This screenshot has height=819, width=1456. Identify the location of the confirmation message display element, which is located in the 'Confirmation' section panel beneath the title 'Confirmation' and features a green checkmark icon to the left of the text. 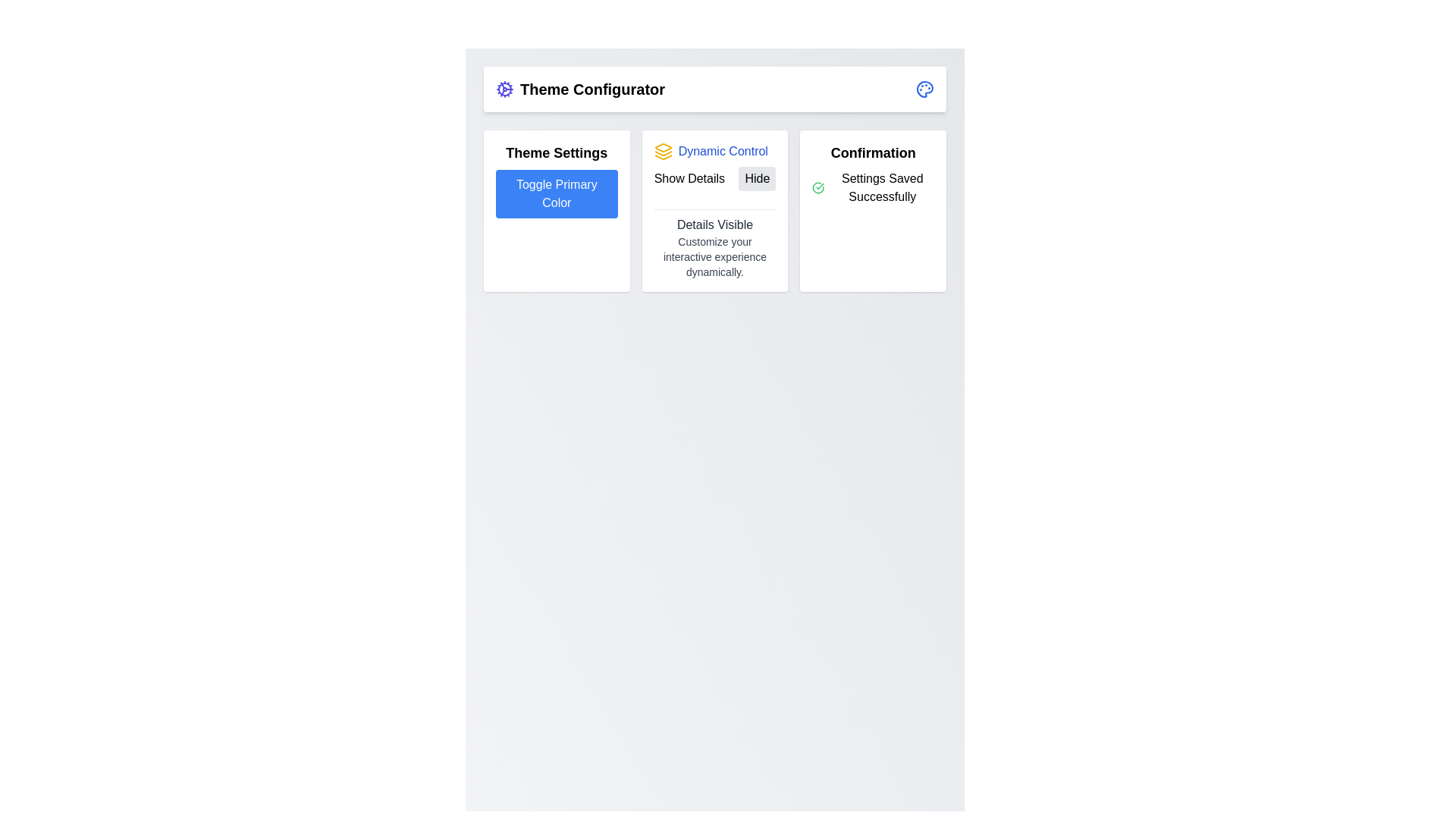
(873, 187).